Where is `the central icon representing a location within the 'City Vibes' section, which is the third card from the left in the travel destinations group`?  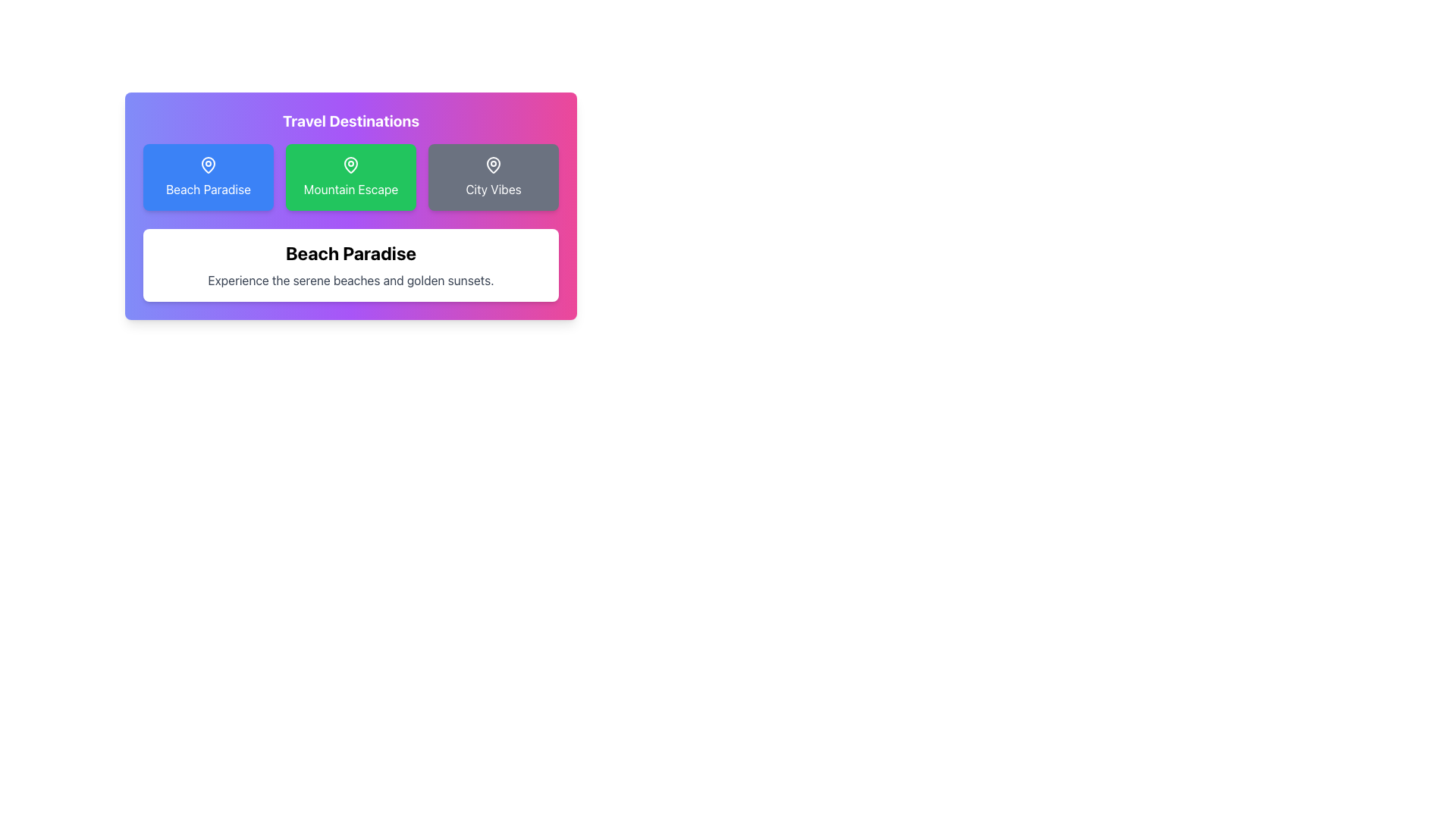 the central icon representing a location within the 'City Vibes' section, which is the third card from the left in the travel destinations group is located at coordinates (494, 165).